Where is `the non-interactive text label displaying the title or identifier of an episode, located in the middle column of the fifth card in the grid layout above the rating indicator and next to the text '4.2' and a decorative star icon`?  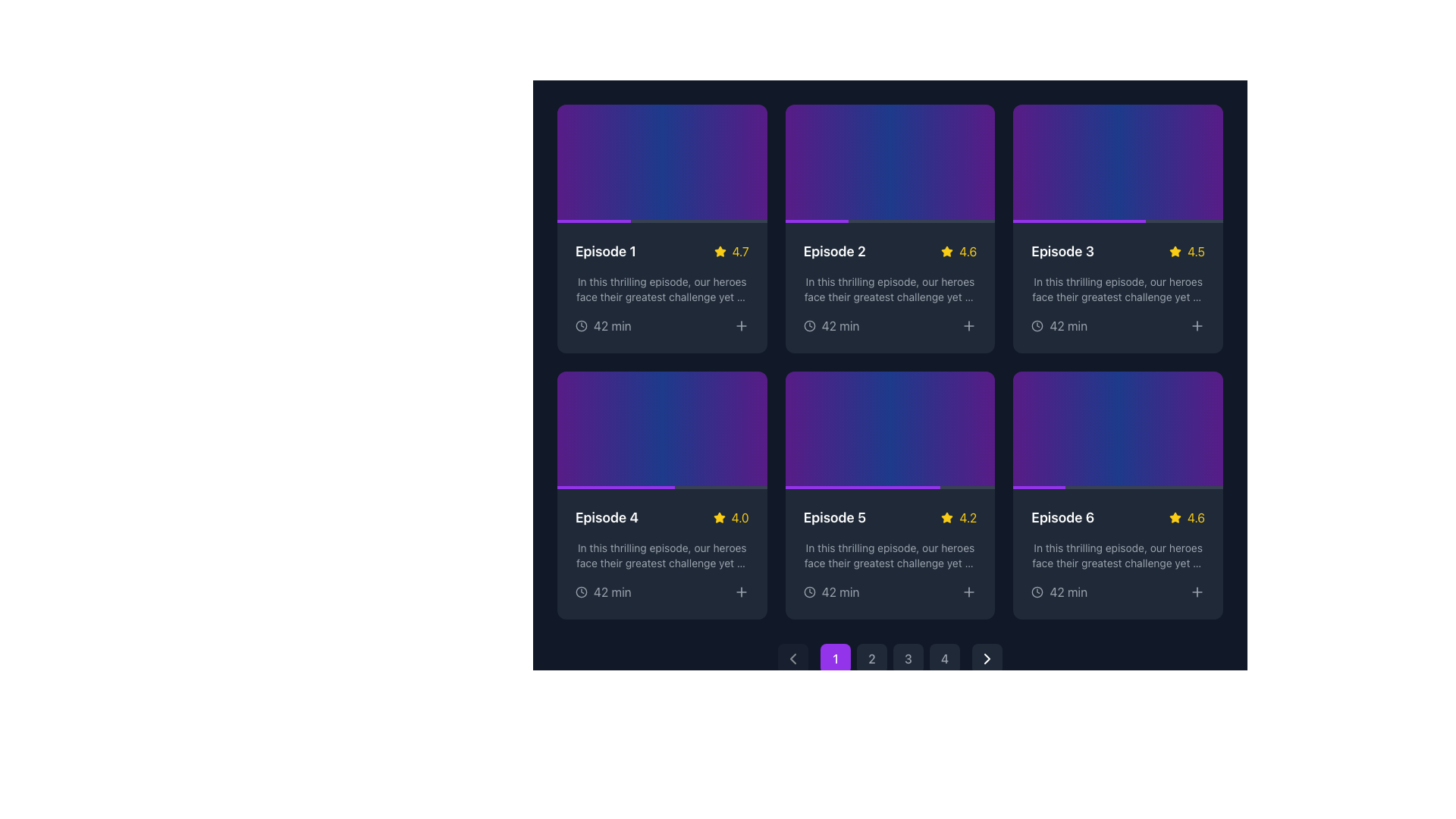 the non-interactive text label displaying the title or identifier of an episode, located in the middle column of the fifth card in the grid layout above the rating indicator and next to the text '4.2' and a decorative star icon is located at coordinates (833, 517).